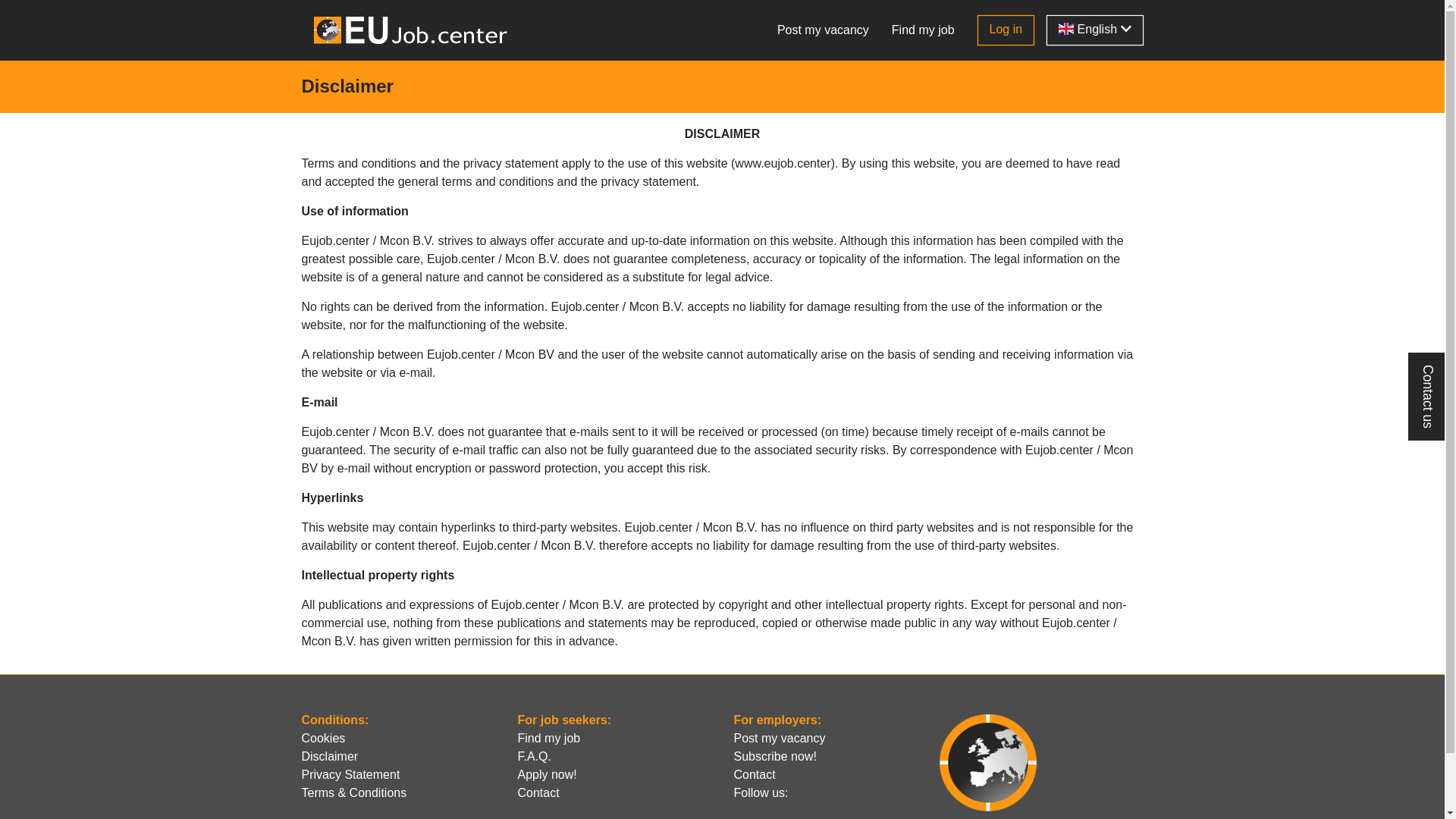 The image size is (1456, 819). Describe the element at coordinates (977, 30) in the screenshot. I see `'Log in'` at that location.